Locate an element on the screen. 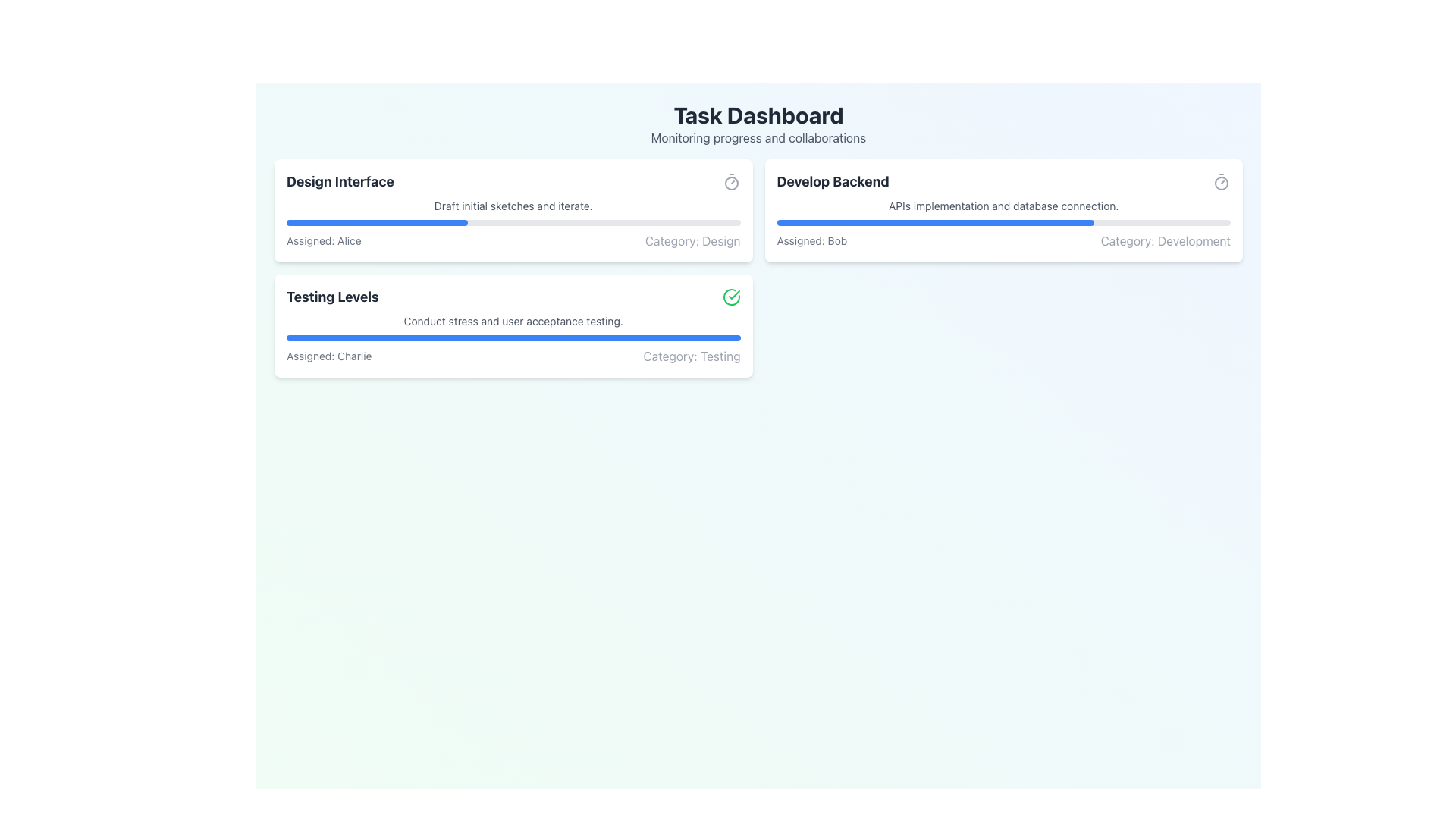 This screenshot has width=1456, height=819. text content of the label that displays 'Category: Development' located at the bottom-right corner of the 'Develop Backend' task card is located at coordinates (1165, 240).